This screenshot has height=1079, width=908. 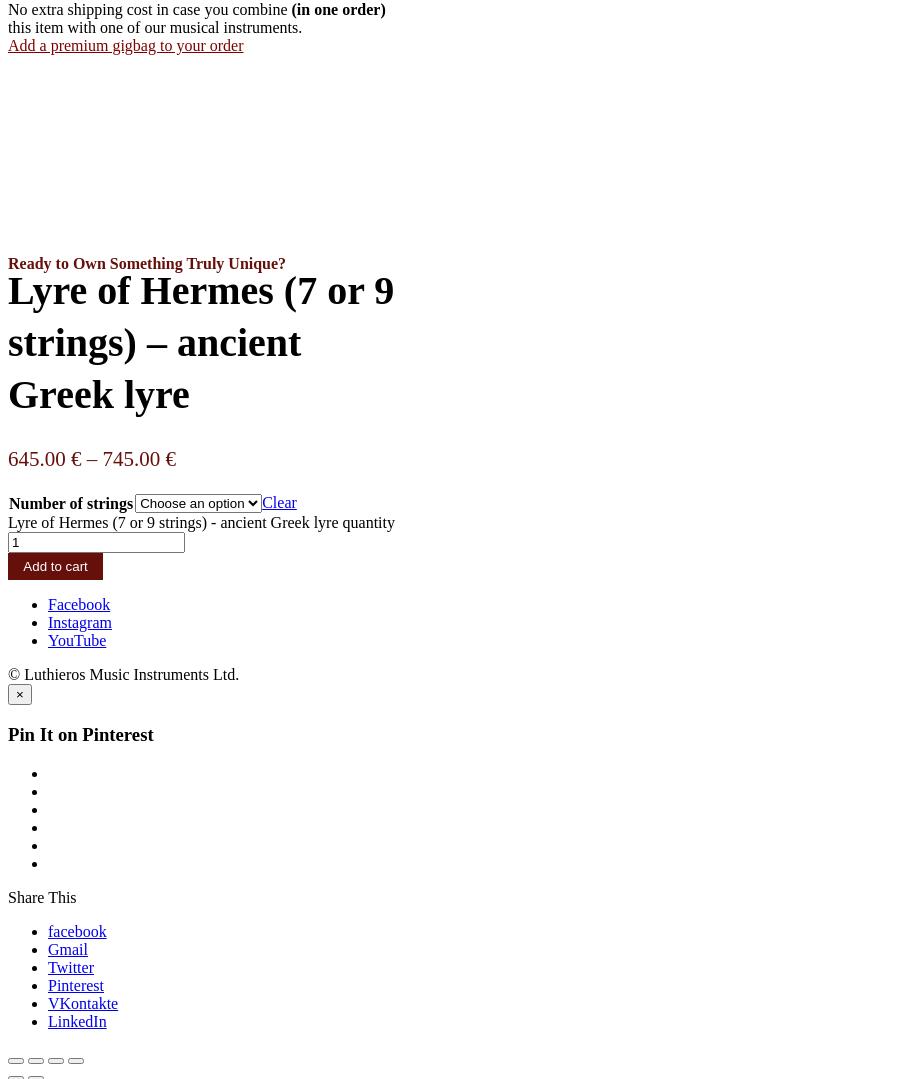 What do you see at coordinates (149, 8) in the screenshot?
I see `'No extra shipping cost in case you combine'` at bounding box center [149, 8].